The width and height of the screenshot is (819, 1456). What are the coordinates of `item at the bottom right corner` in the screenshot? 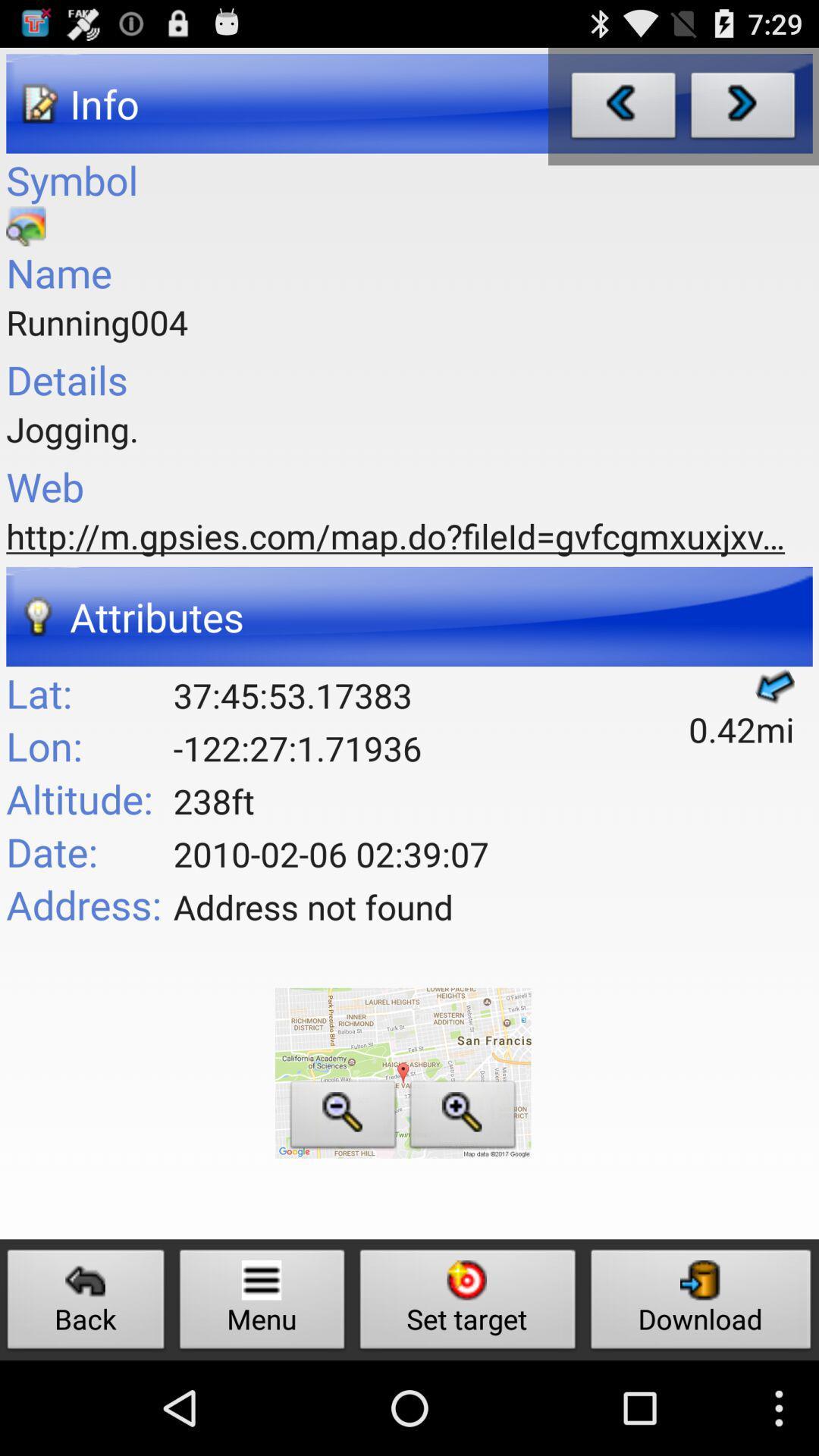 It's located at (701, 1303).